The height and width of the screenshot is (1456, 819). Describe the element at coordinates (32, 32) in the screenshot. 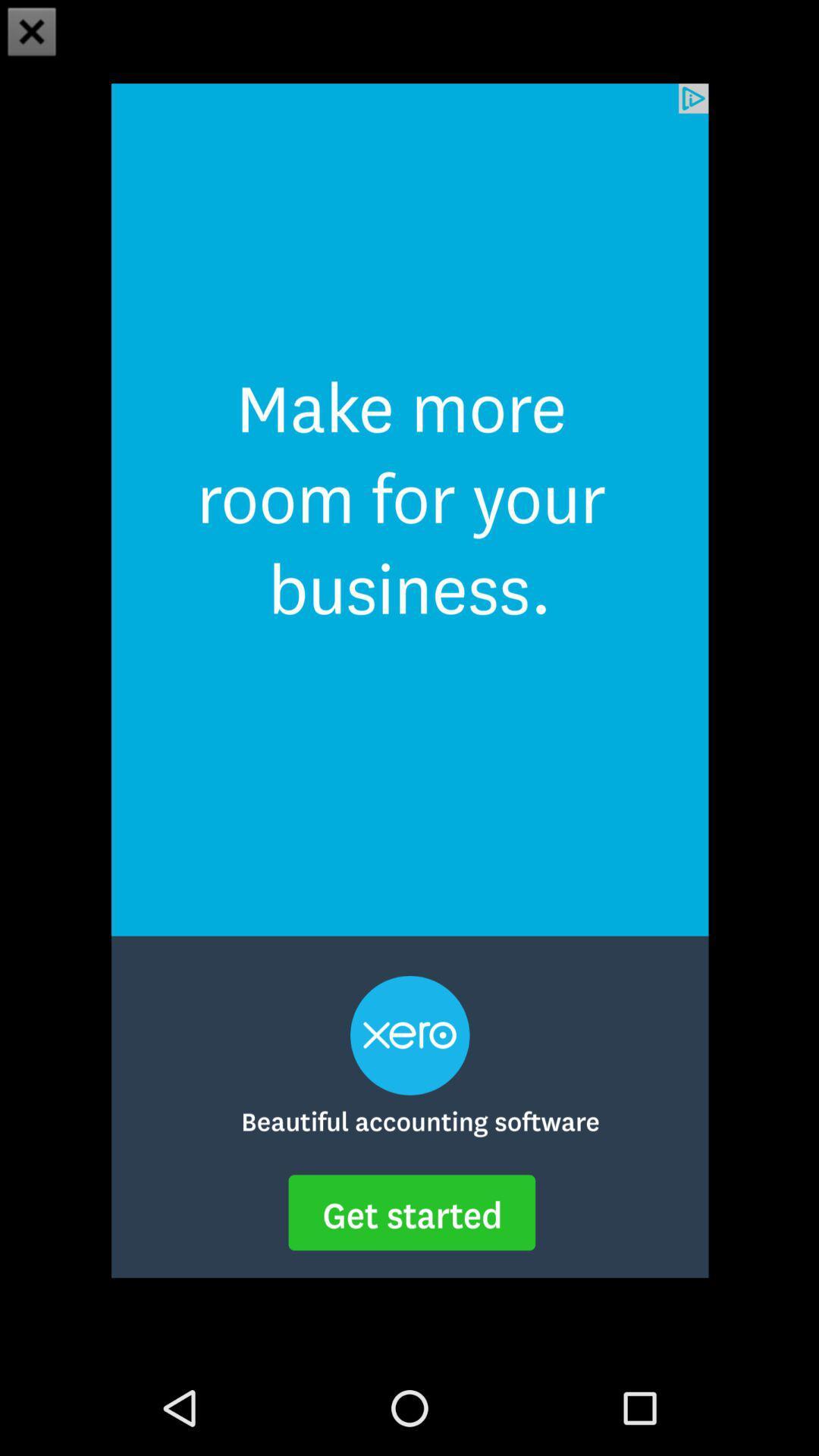

I see `the close icon` at that location.